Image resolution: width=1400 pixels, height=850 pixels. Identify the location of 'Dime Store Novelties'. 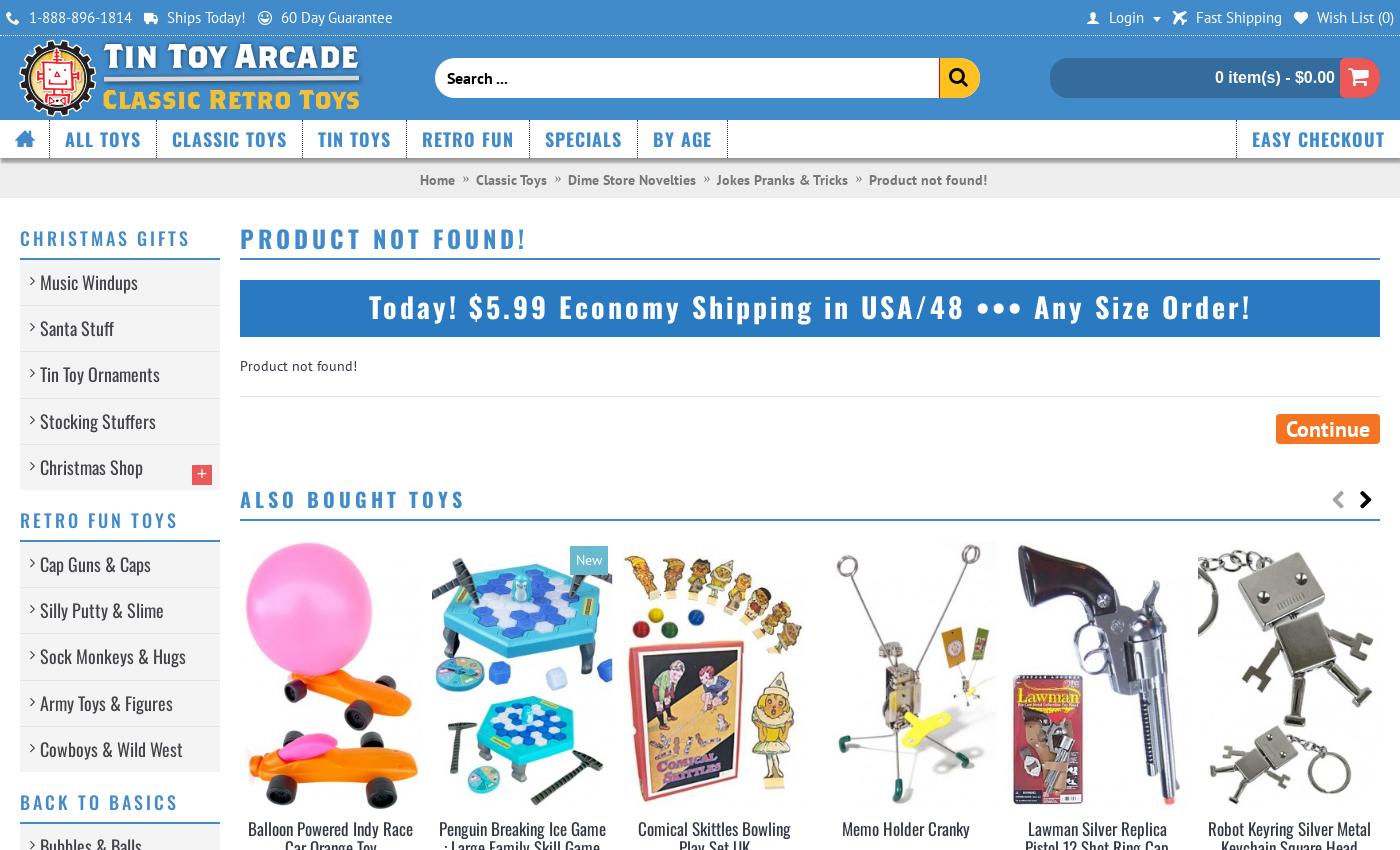
(630, 178).